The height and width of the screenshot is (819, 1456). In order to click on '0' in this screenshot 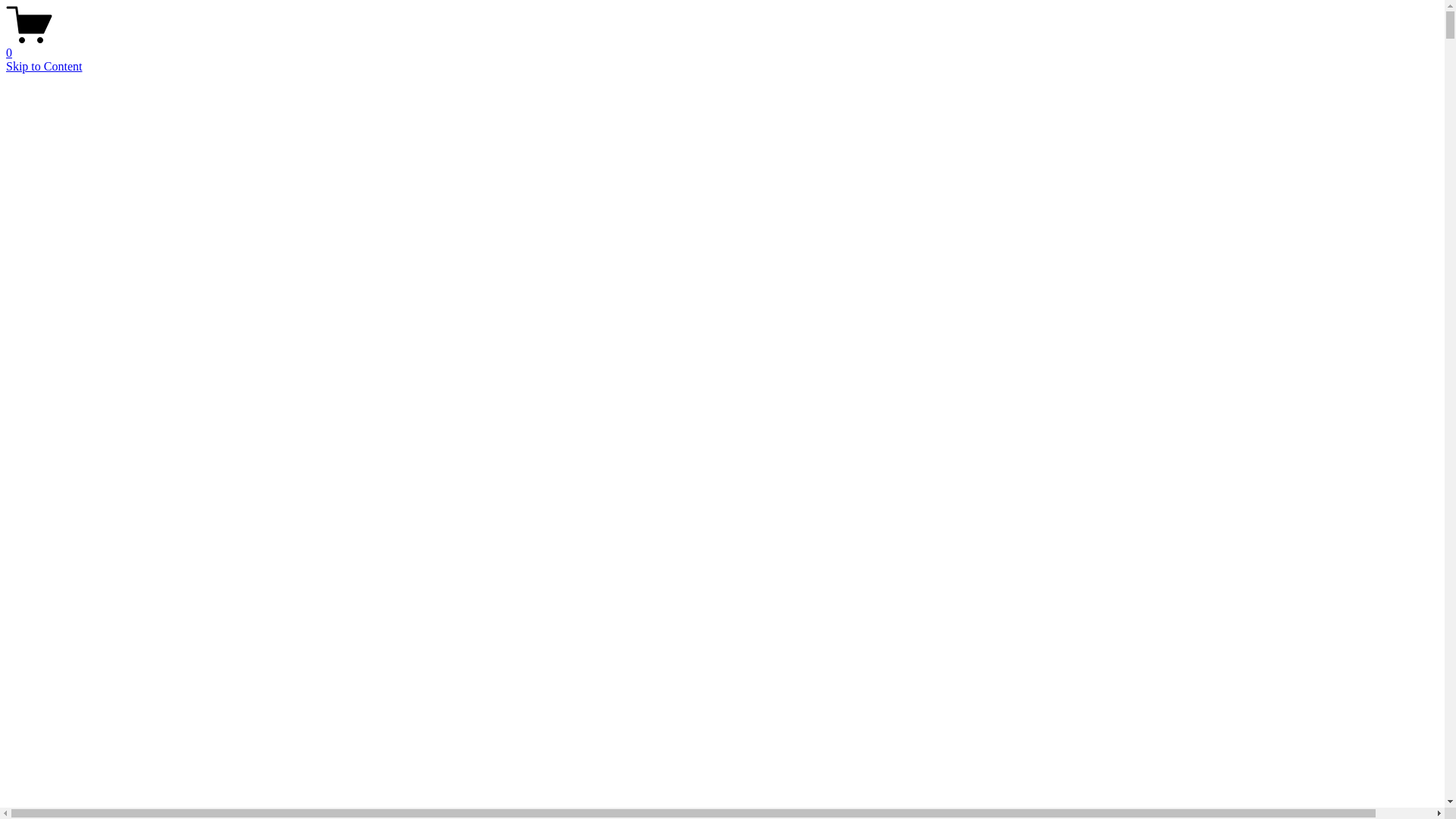, I will do `click(721, 45)`.